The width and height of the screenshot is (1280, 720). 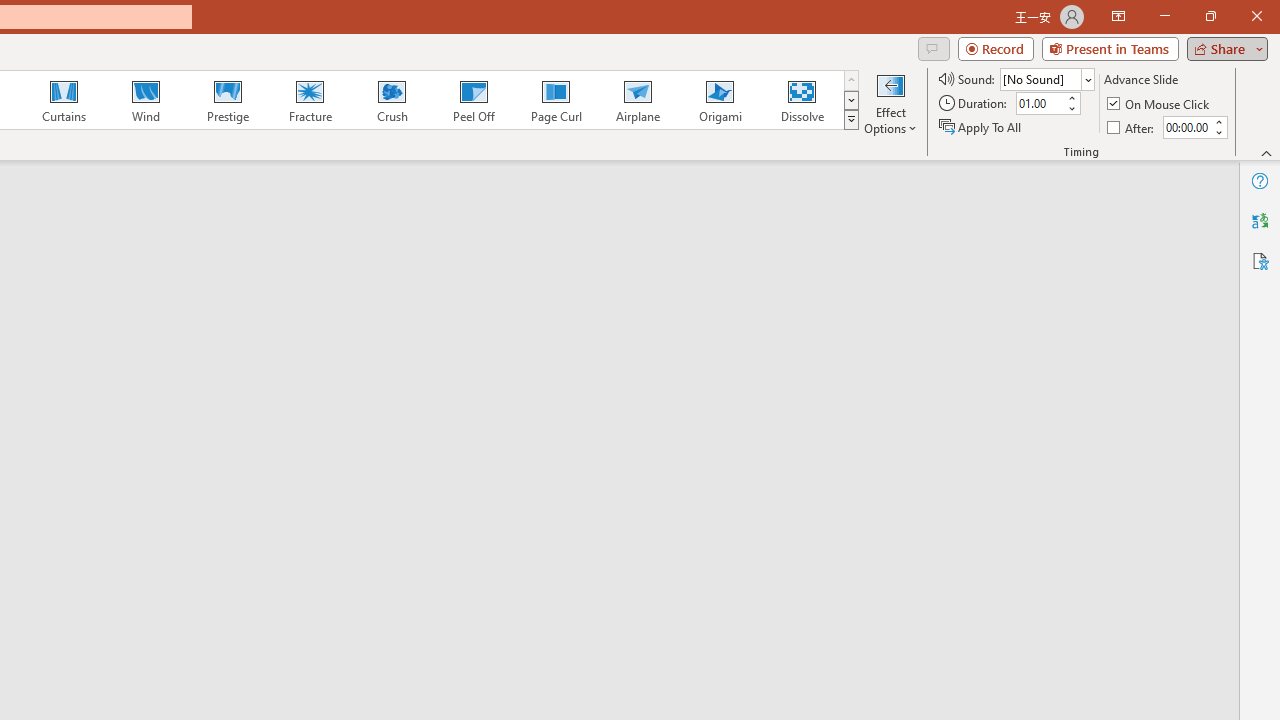 I want to click on 'Origami', so click(x=720, y=100).